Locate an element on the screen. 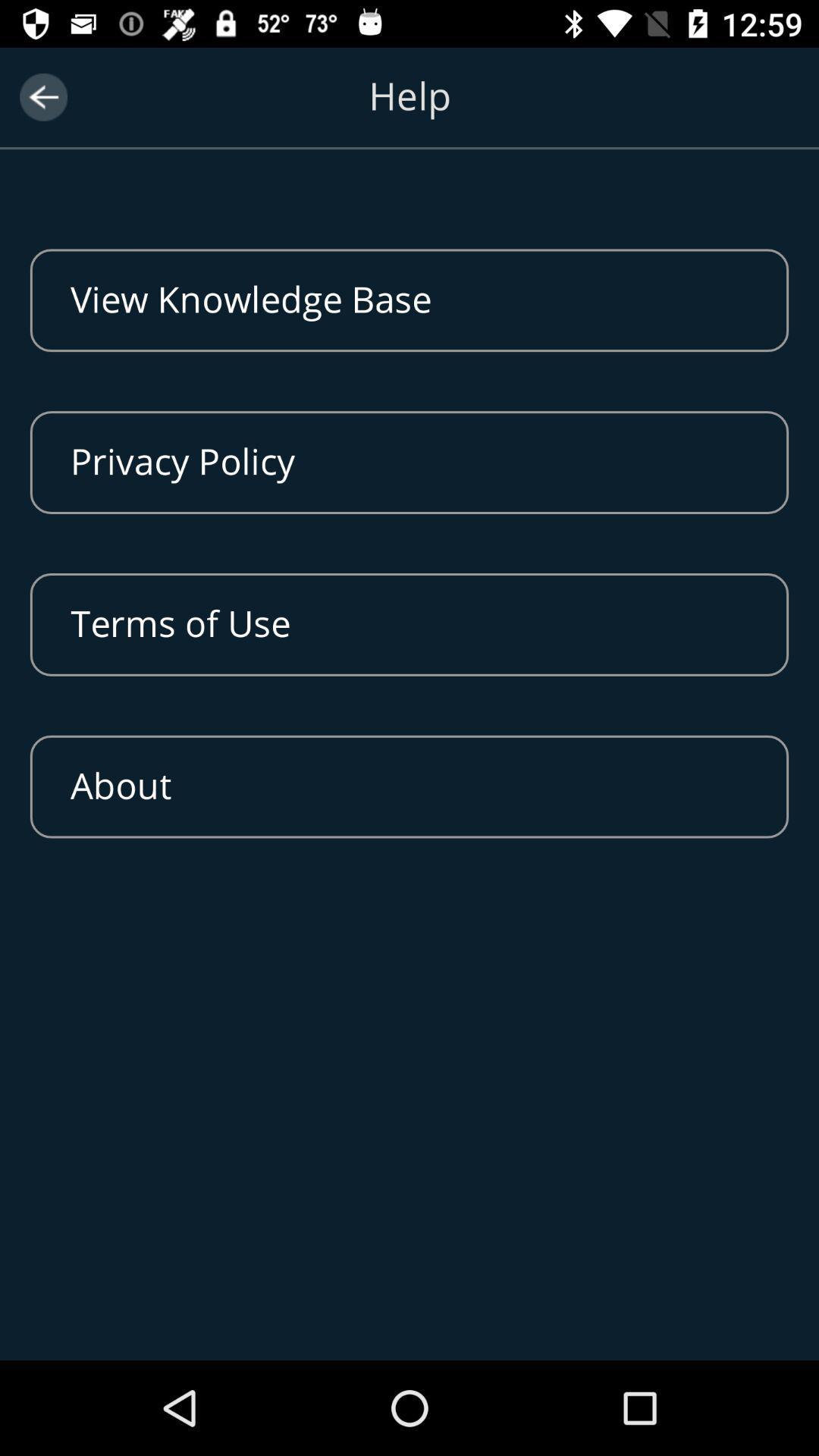 Image resolution: width=819 pixels, height=1456 pixels. the arrow_backward icon is located at coordinates (42, 96).